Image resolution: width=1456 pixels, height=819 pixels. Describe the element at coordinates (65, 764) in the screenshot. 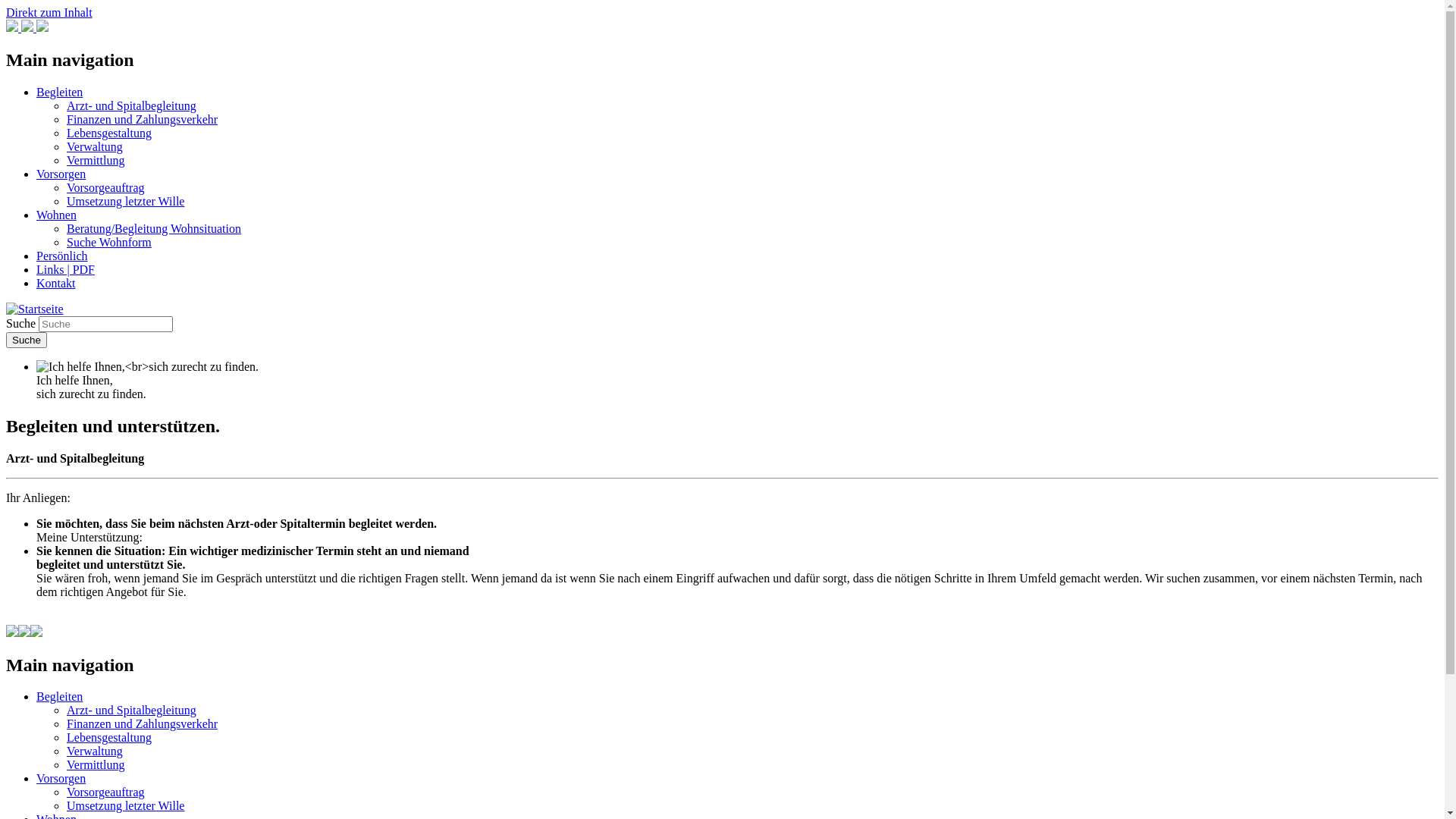

I see `'Vermittlung'` at that location.